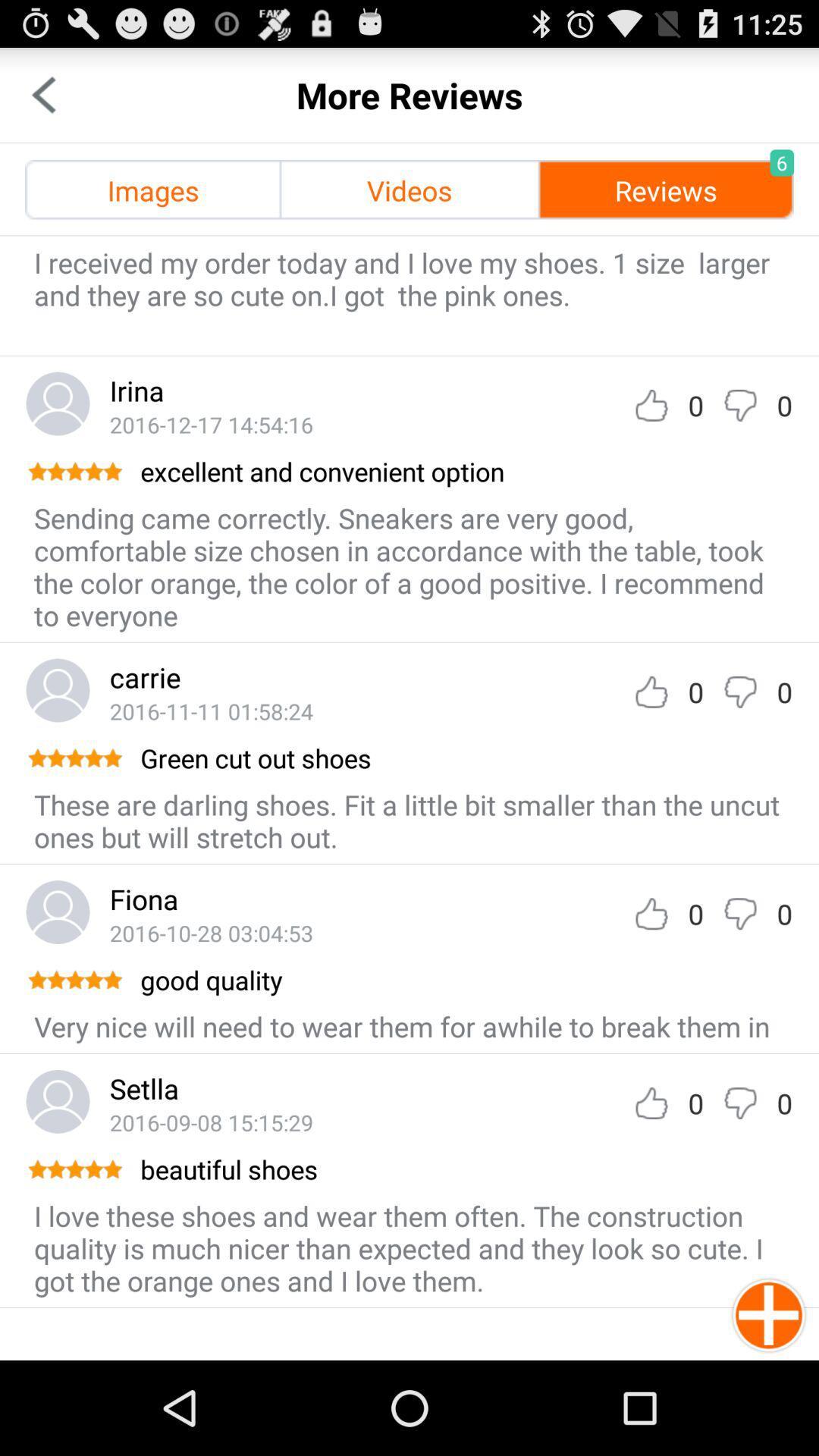 This screenshot has height=1456, width=819. I want to click on thumb up, so click(651, 405).